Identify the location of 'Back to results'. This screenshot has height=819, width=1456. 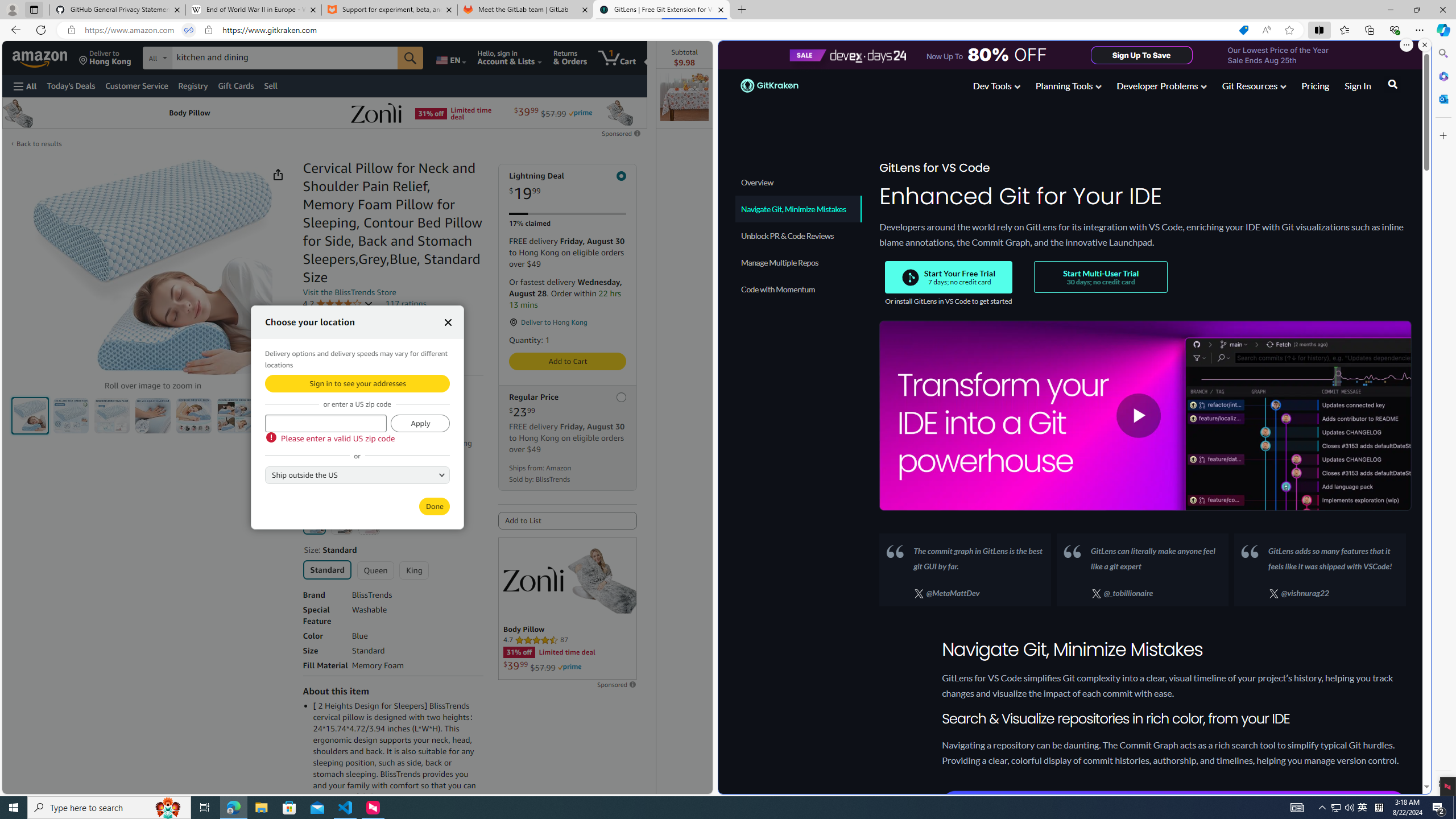
(39, 143).